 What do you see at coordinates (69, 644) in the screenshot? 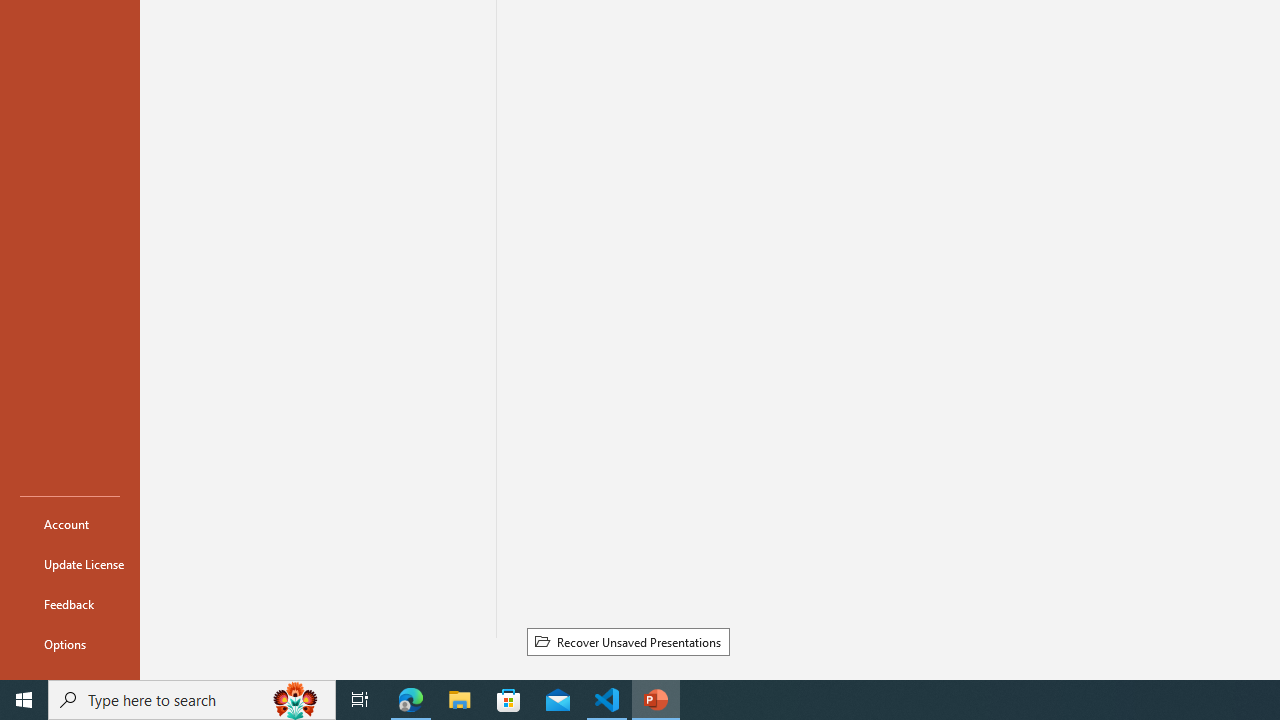
I see `'Options'` at bounding box center [69, 644].